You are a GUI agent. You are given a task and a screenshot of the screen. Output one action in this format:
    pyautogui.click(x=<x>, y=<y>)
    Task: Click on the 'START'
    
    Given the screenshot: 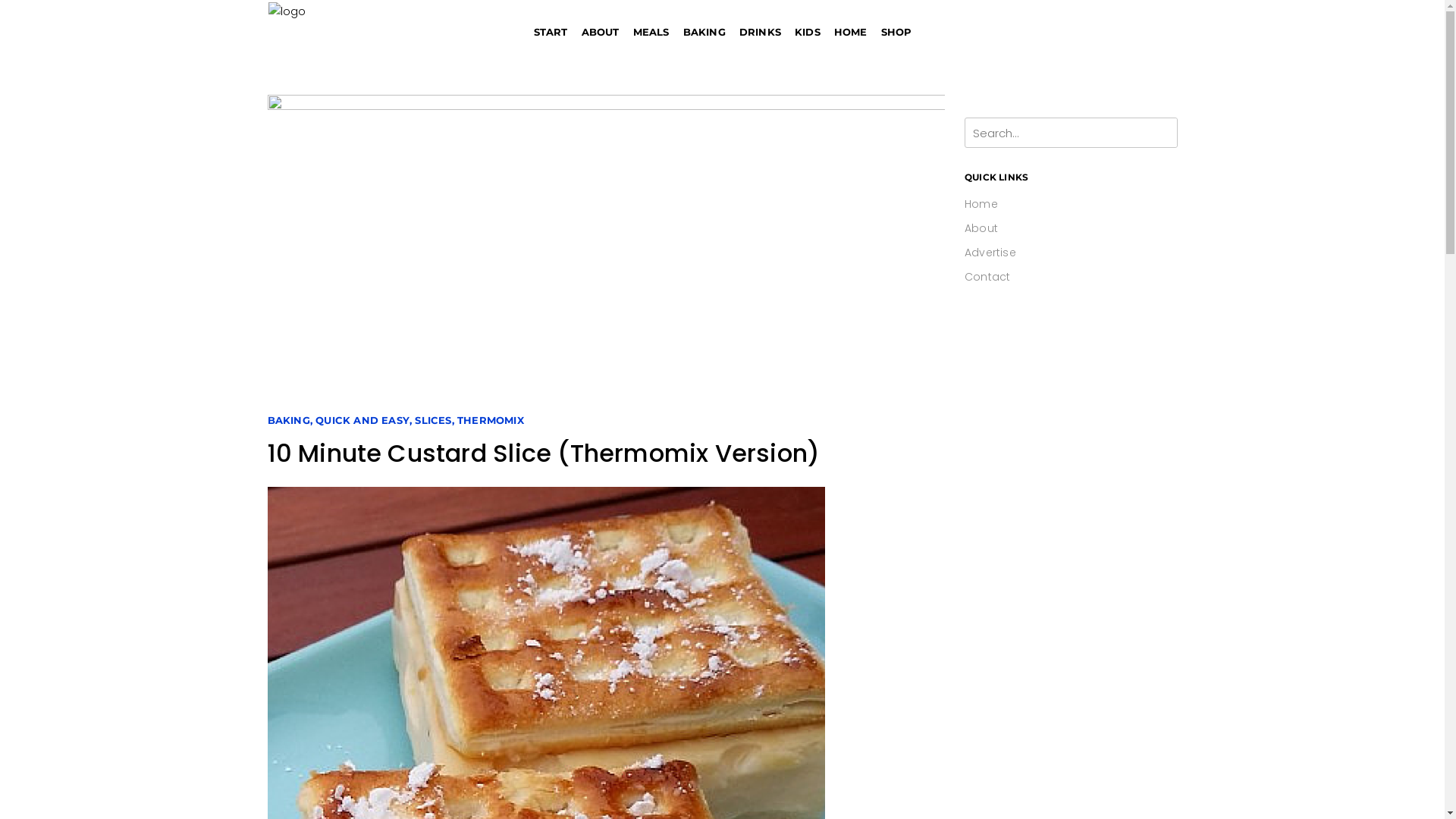 What is the action you would take?
    pyautogui.click(x=550, y=32)
    